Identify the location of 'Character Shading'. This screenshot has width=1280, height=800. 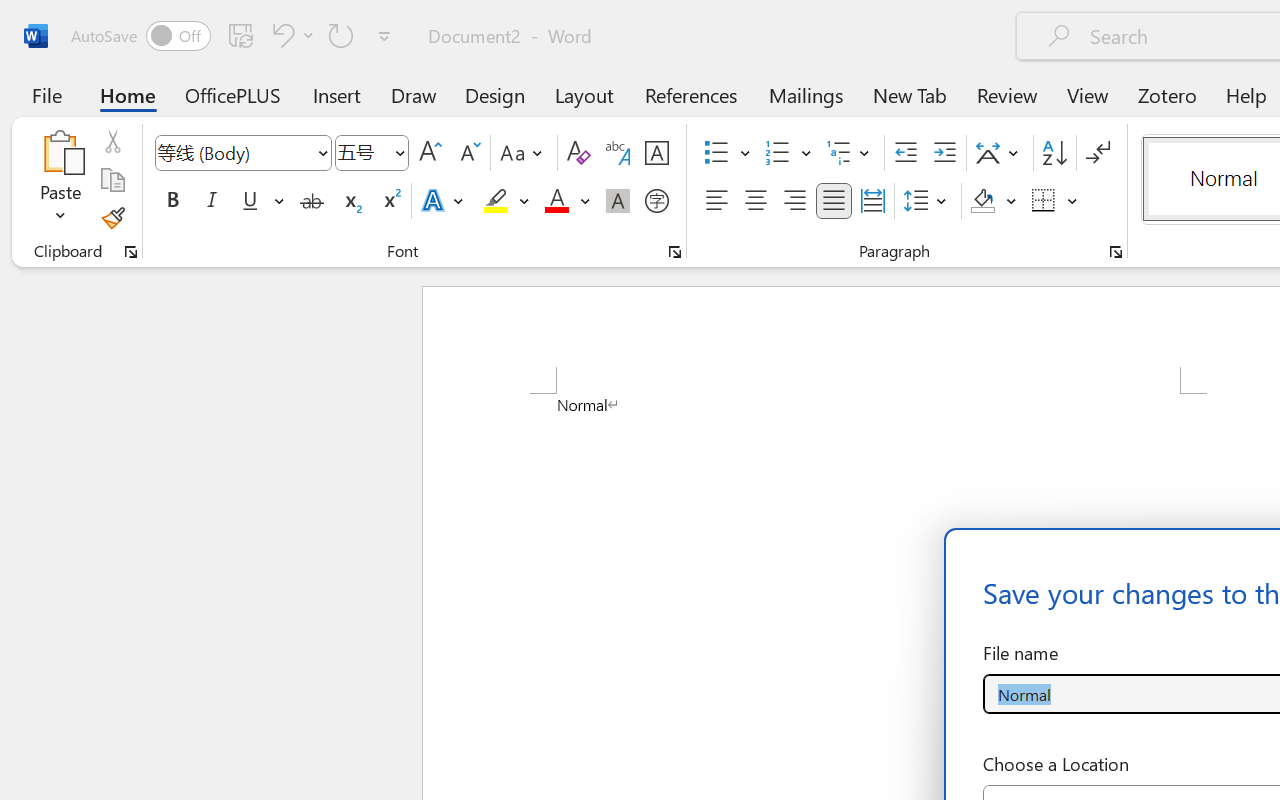
(617, 201).